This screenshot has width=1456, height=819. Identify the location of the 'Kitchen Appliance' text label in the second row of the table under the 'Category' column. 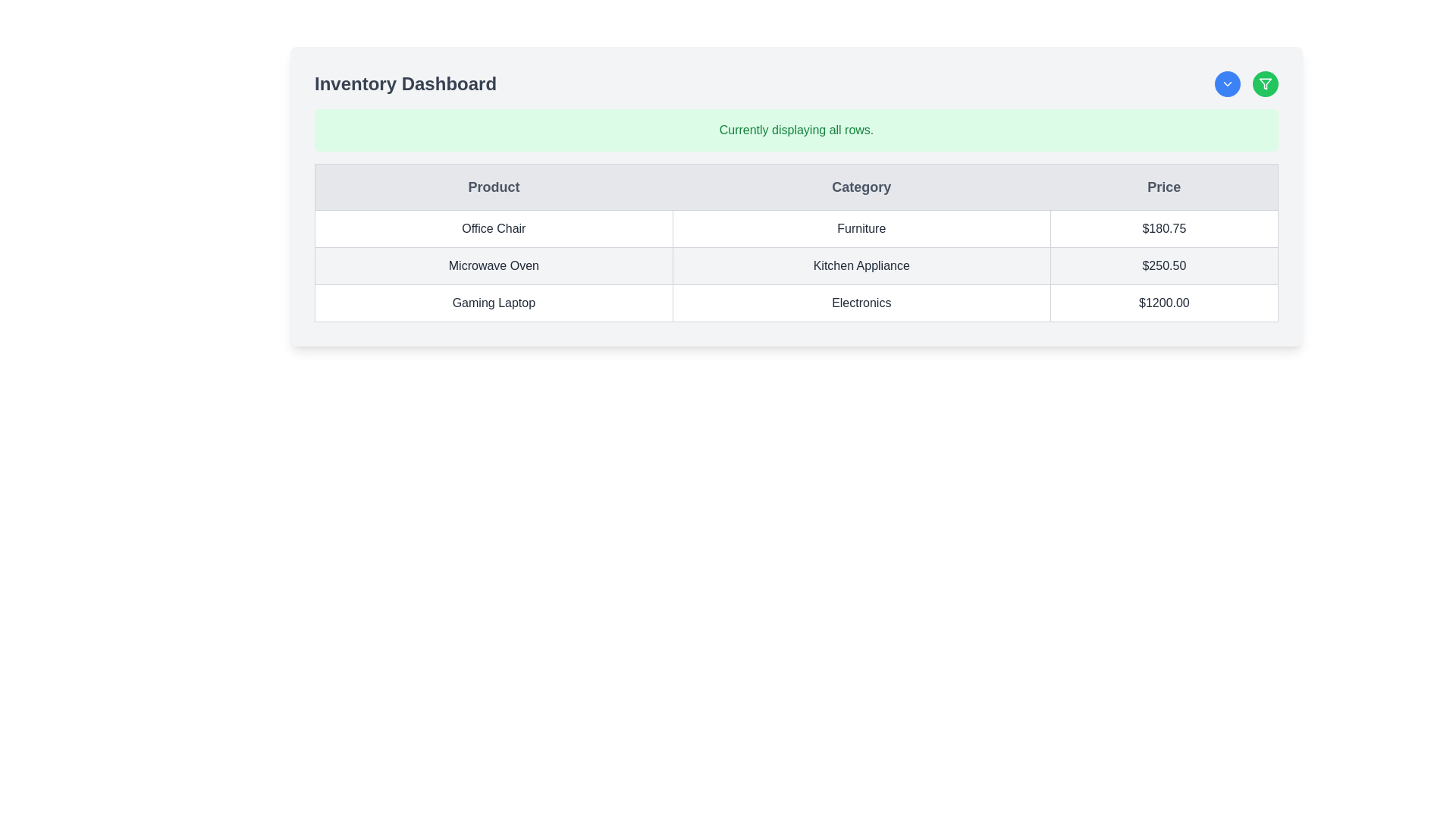
(861, 265).